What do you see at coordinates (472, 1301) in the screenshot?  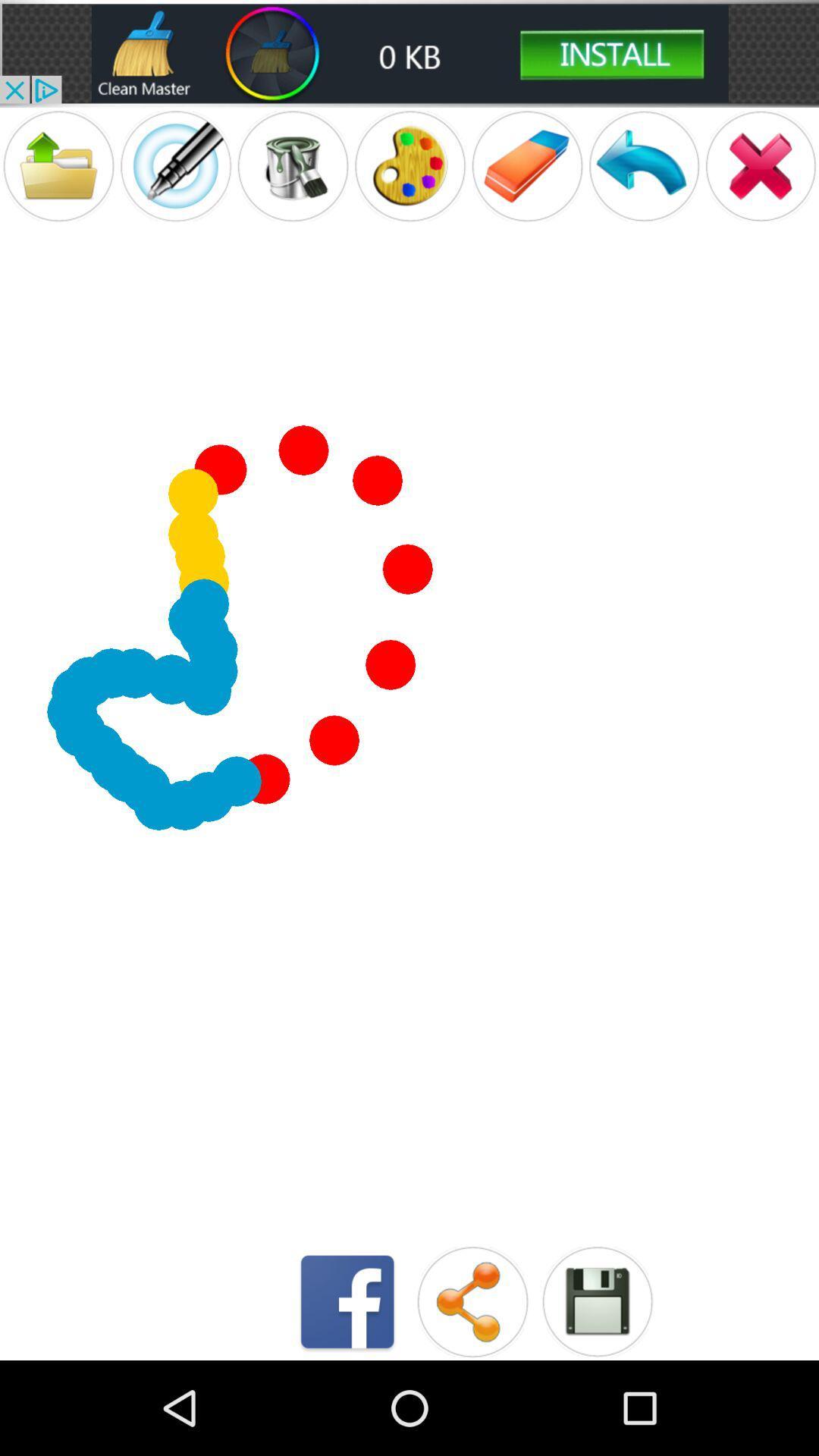 I see `share creation` at bounding box center [472, 1301].